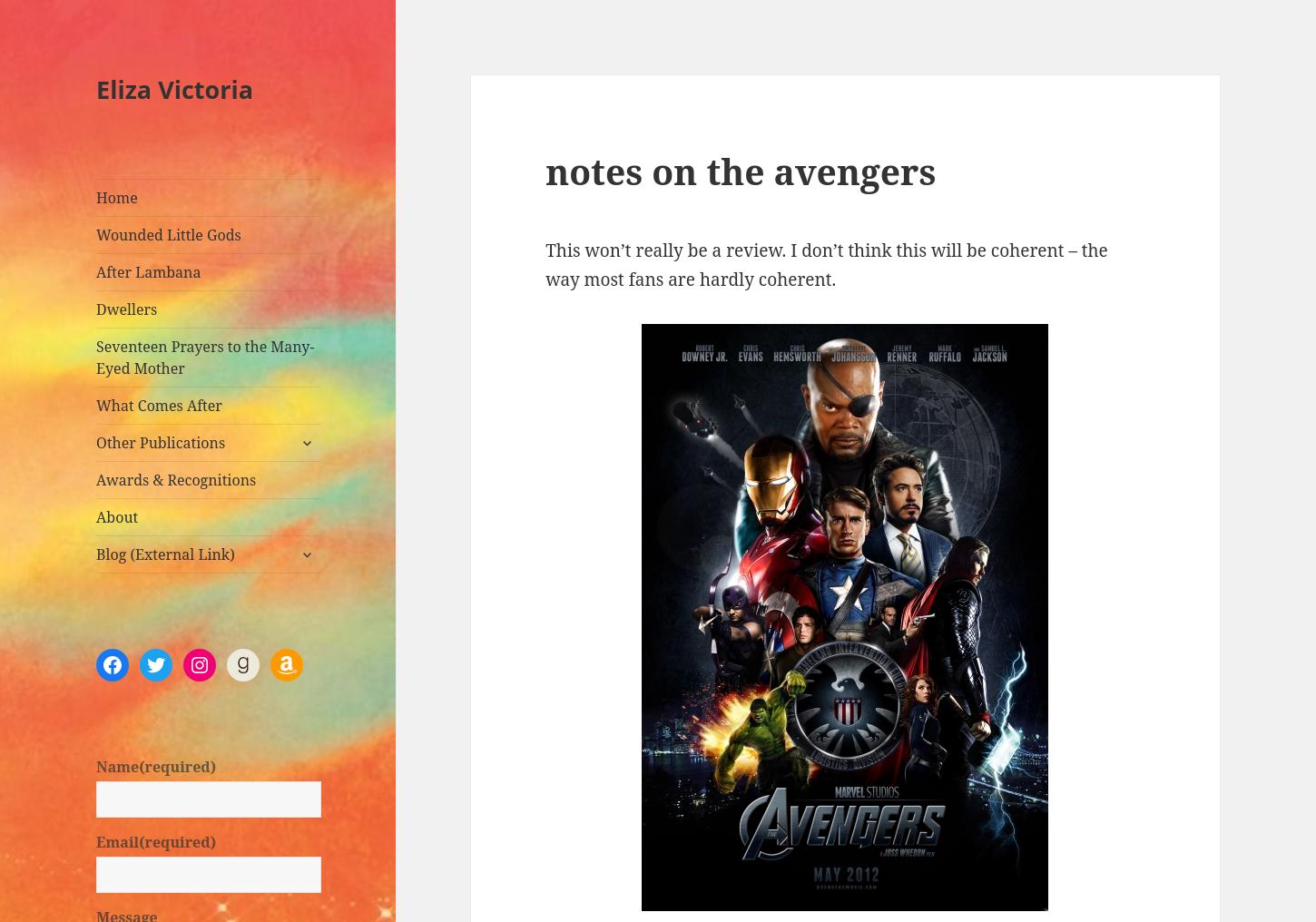 The image size is (1316, 922). Describe the element at coordinates (741, 170) in the screenshot. I see `'notes on the avengers'` at that location.